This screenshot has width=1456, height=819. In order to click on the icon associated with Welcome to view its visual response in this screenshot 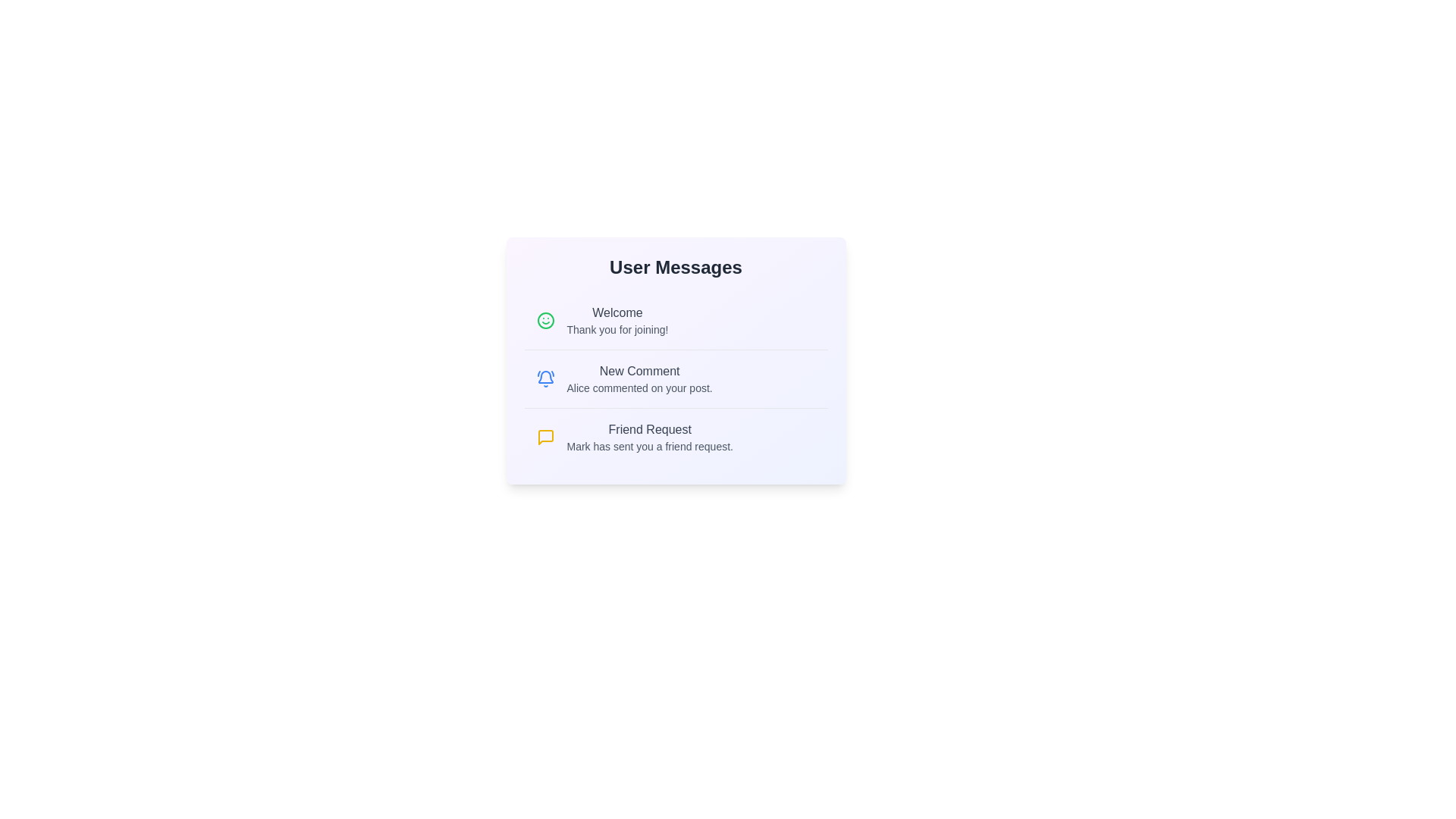, I will do `click(545, 320)`.